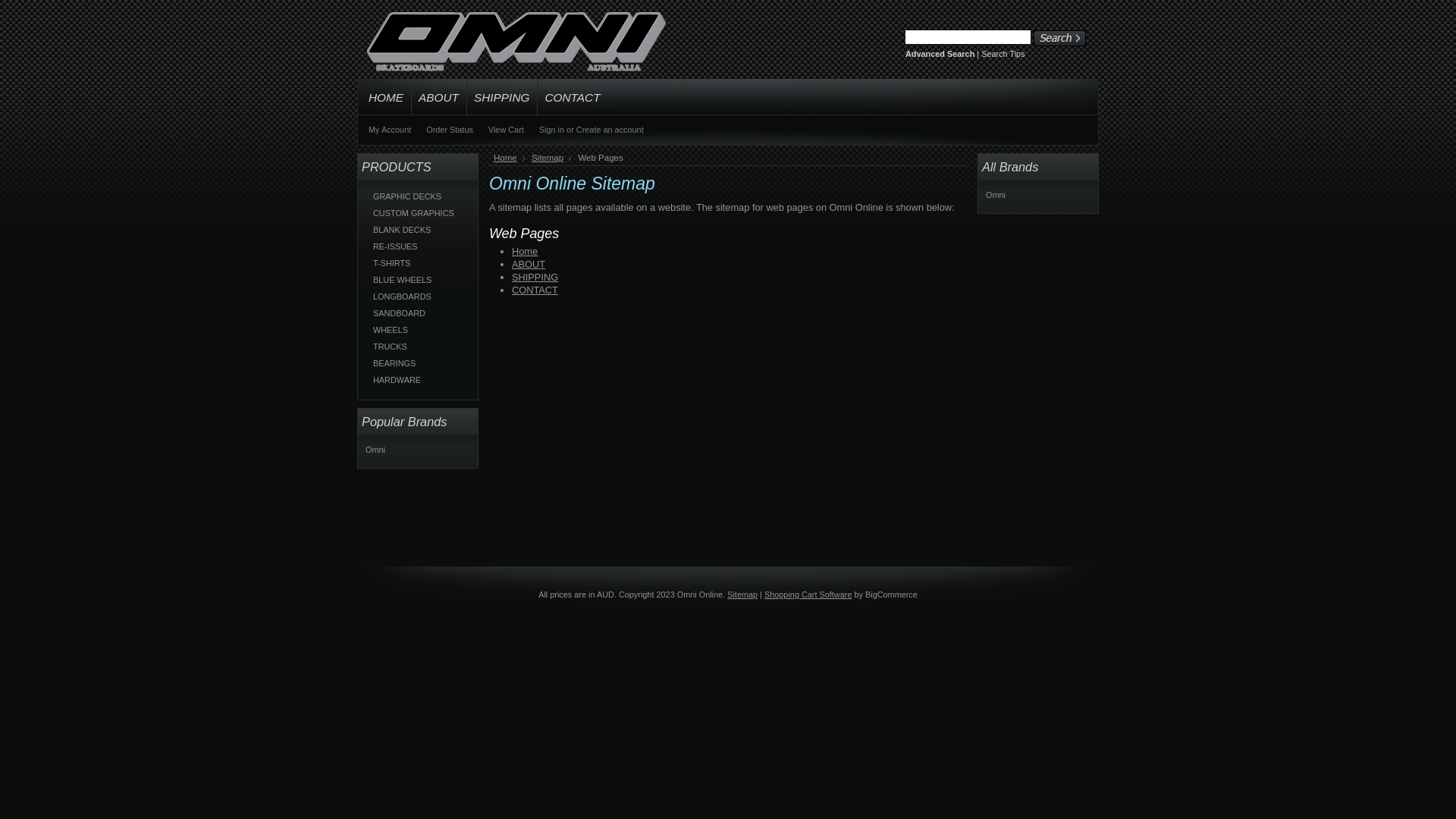 The width and height of the screenshot is (1456, 819). I want to click on 'BLUE WHEELS', so click(419, 280).